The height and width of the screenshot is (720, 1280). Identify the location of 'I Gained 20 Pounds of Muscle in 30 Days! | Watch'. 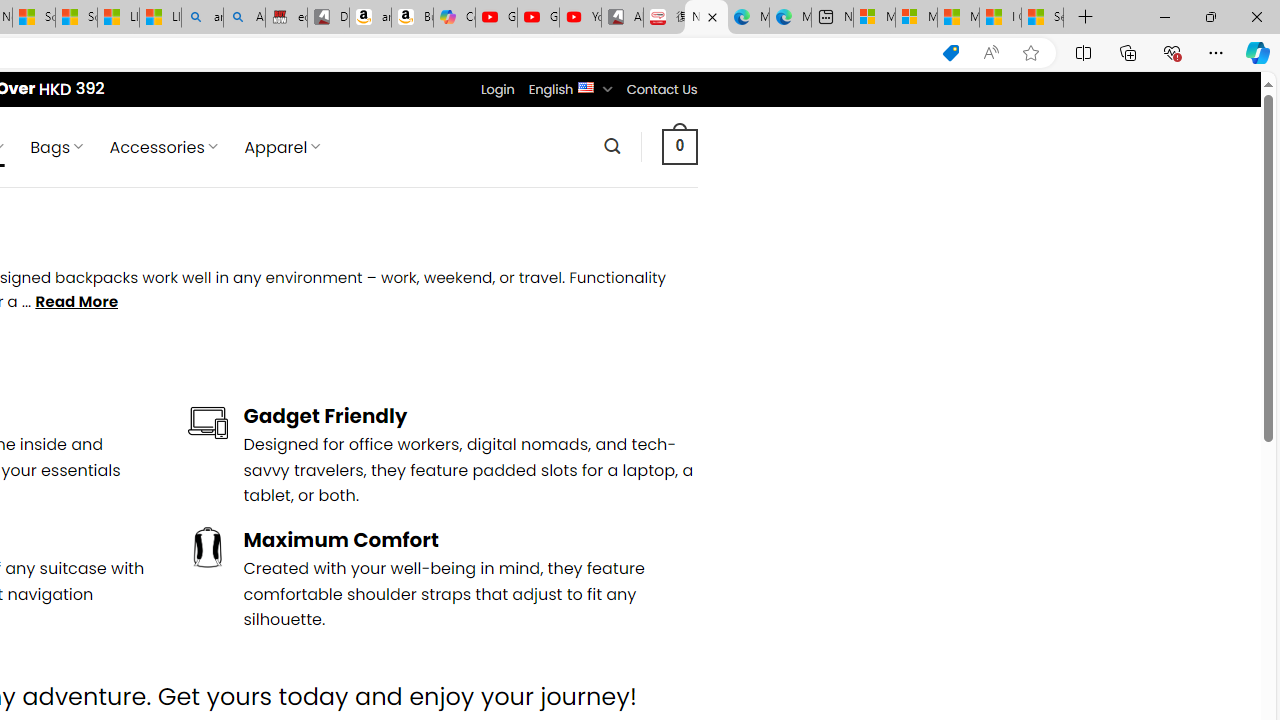
(1000, 17).